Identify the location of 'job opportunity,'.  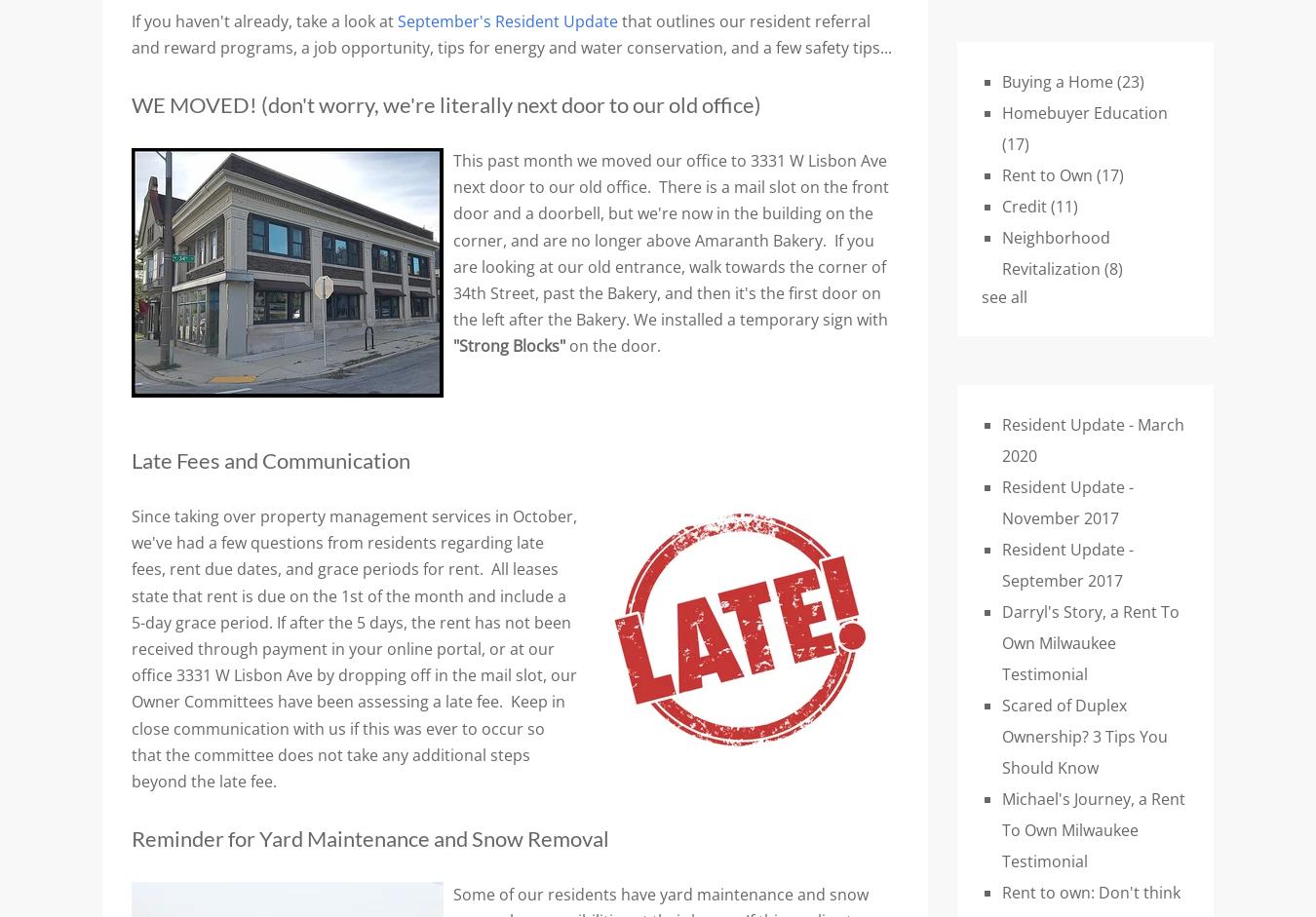
(375, 47).